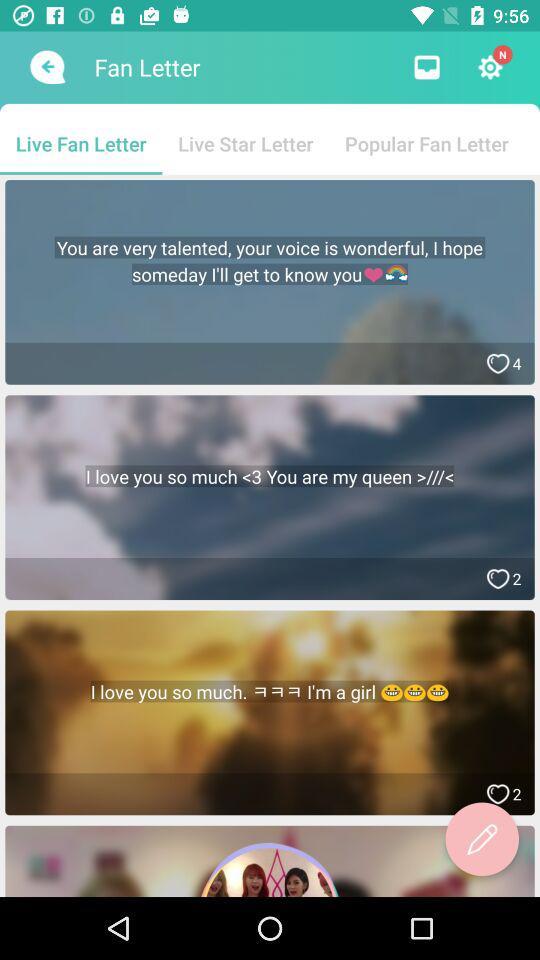 The width and height of the screenshot is (540, 960). Describe the element at coordinates (481, 839) in the screenshot. I see `icon below the i love you app` at that location.